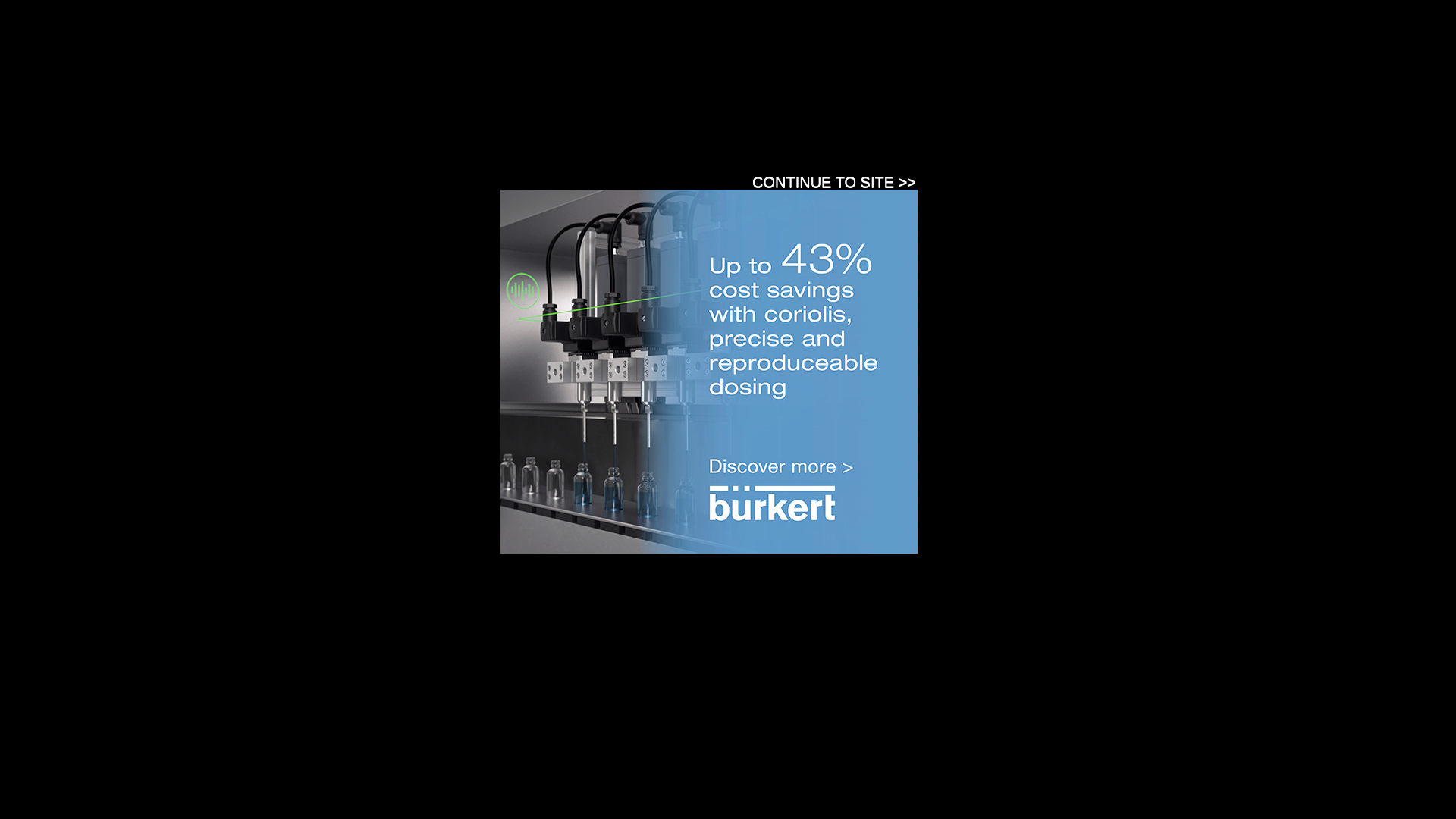 This screenshot has width=1456, height=819. Describe the element at coordinates (833, 180) in the screenshot. I see `'CONTINUE TO SITE >>'` at that location.